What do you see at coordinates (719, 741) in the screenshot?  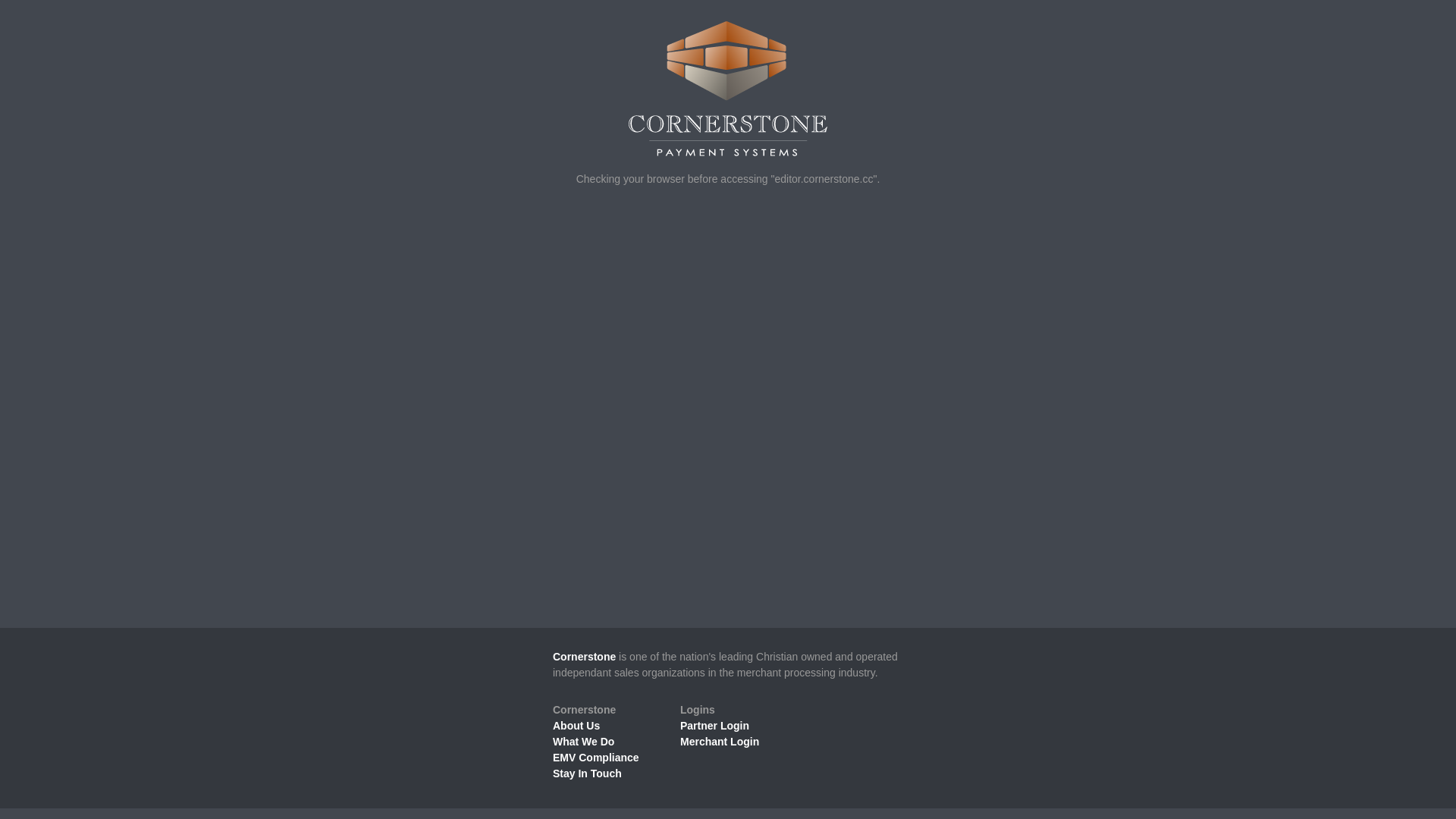 I see `'Merchant Login'` at bounding box center [719, 741].